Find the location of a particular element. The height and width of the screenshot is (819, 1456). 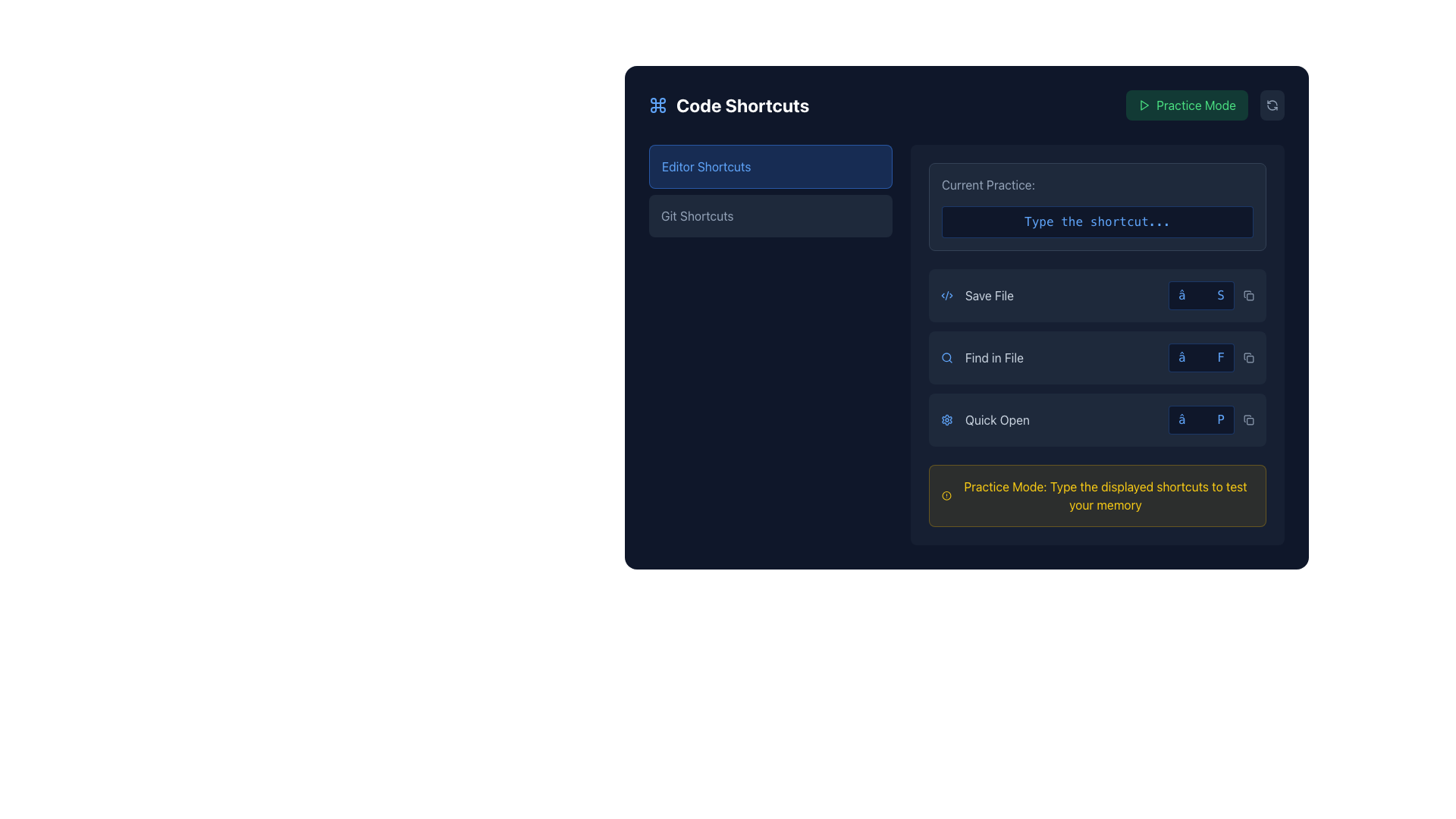

the Keyboard Shortcut Label indicating '⌘' and 'P', which is the third item in the vertical list under 'Quick Open' is located at coordinates (1210, 420).